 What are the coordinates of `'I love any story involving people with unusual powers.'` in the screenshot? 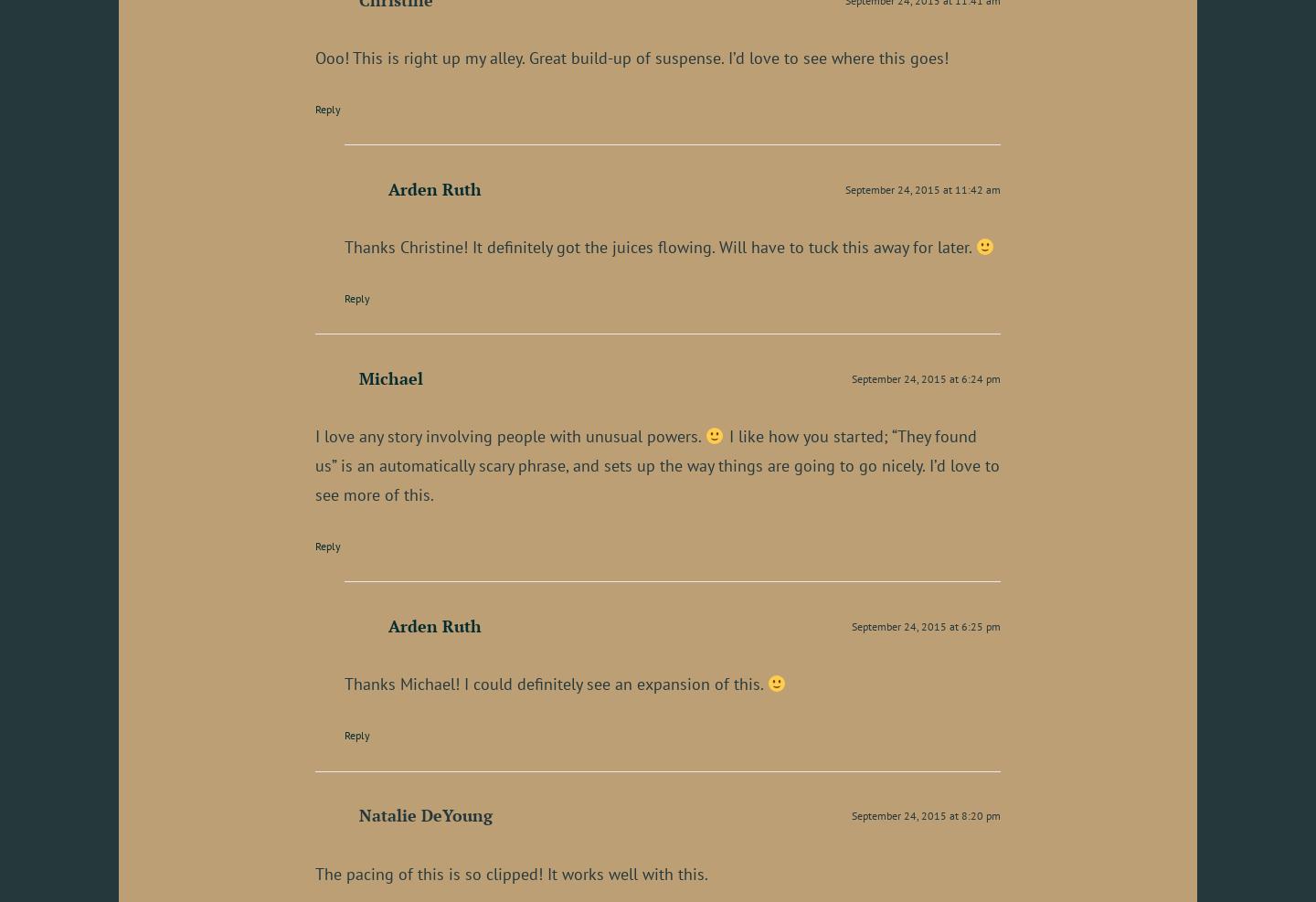 It's located at (510, 435).